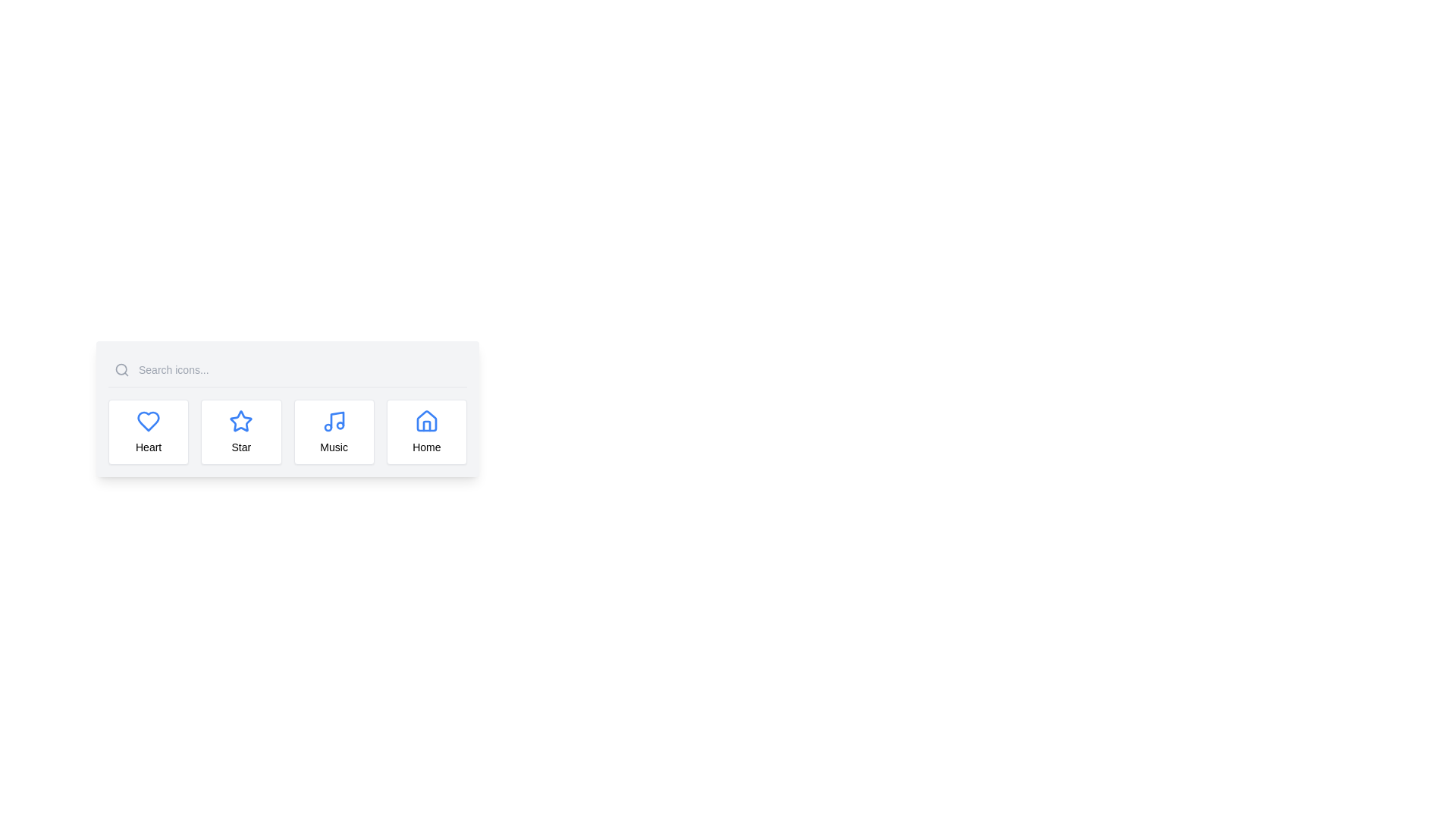  Describe the element at coordinates (240, 432) in the screenshot. I see `the 'Star' icon button located in the grid layout, which is the second element from the left` at that location.